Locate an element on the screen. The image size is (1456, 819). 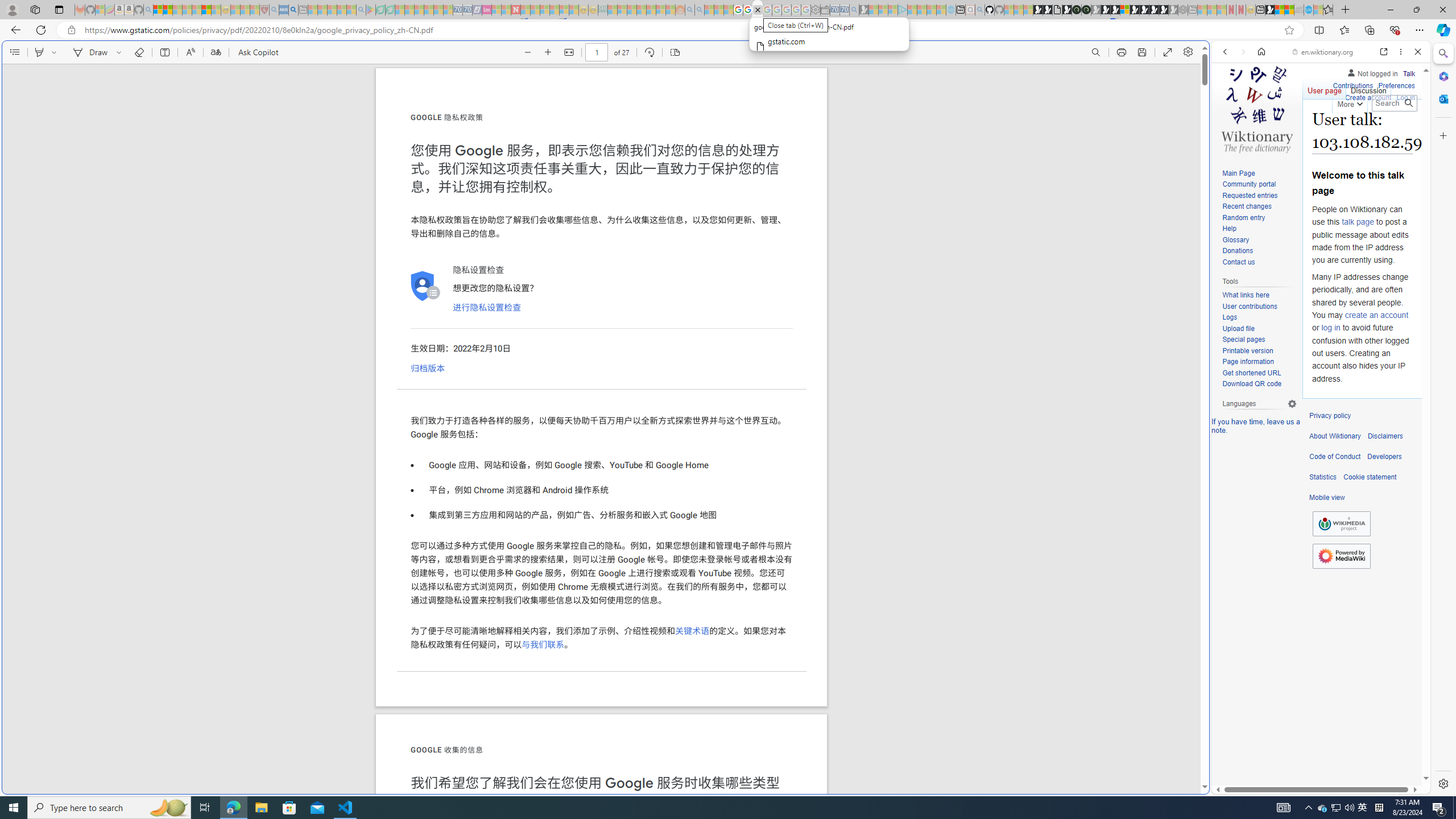
'Download QR code' is located at coordinates (1251, 383).